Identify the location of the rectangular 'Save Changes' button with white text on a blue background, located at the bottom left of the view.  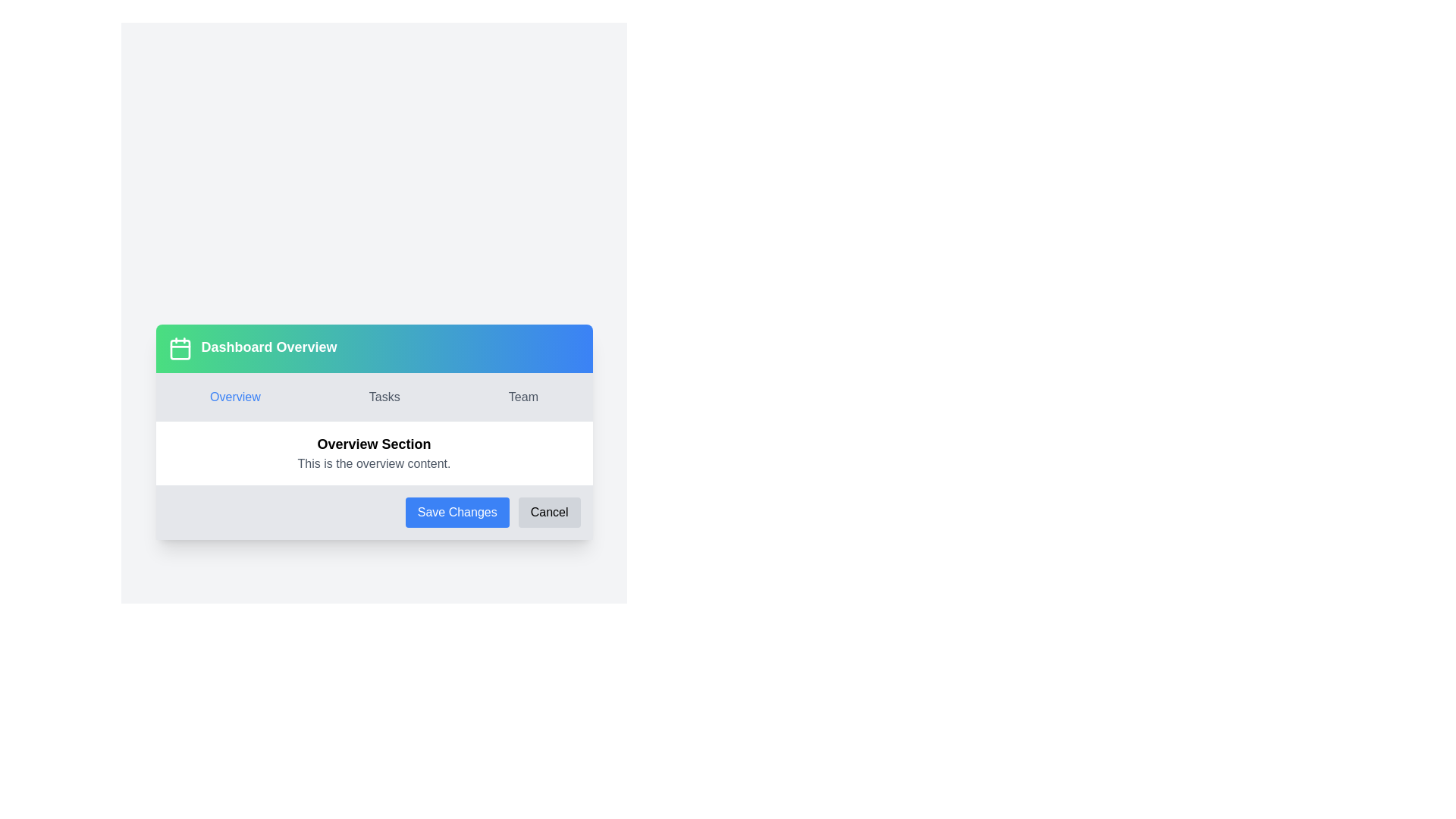
(457, 512).